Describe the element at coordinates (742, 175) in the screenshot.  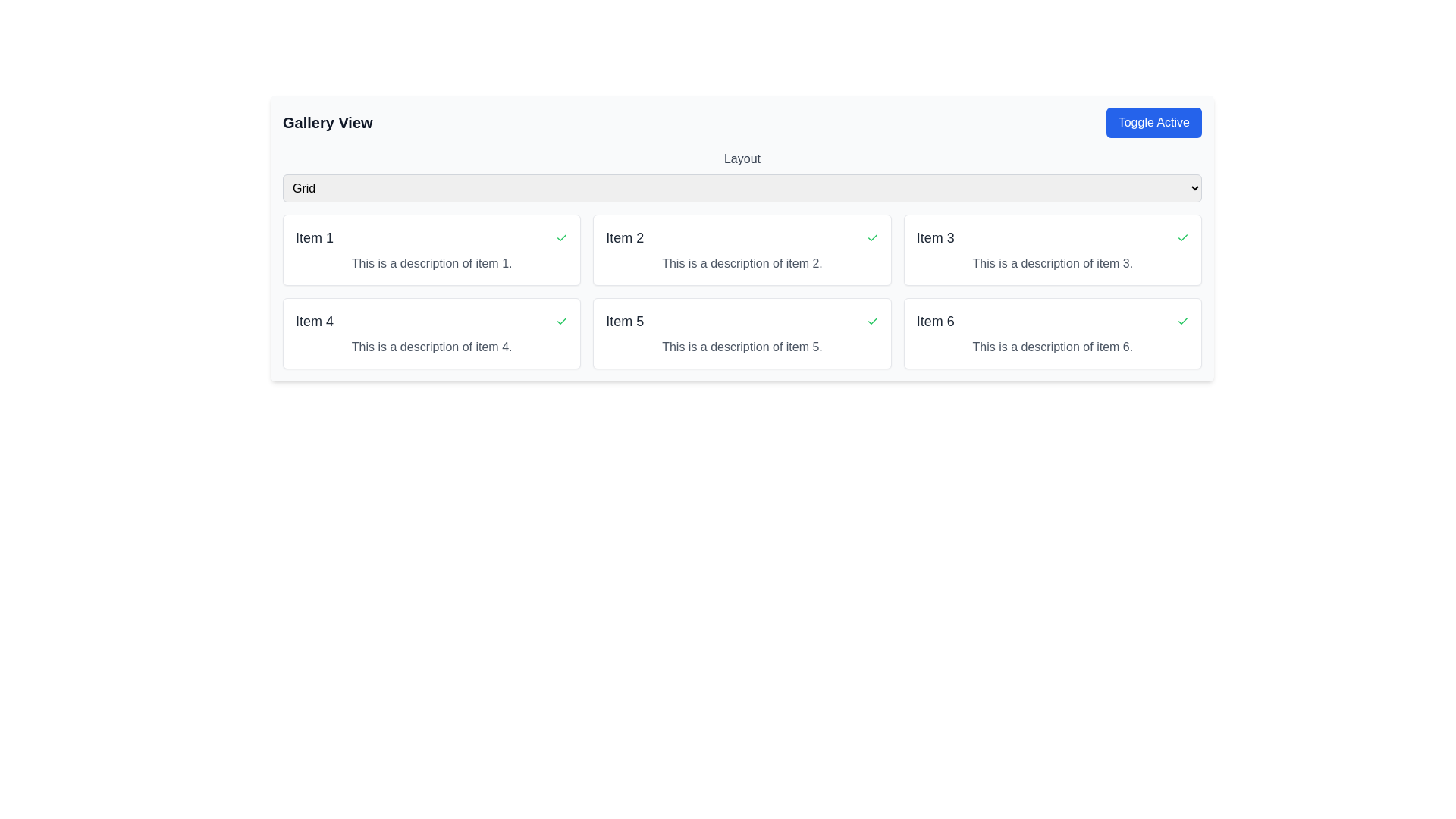
I see `the dropdown menu that allows users to select a layout option for displaying items in the grid view, located centrally above the grid layout and following the 'Gallery View' title` at that location.